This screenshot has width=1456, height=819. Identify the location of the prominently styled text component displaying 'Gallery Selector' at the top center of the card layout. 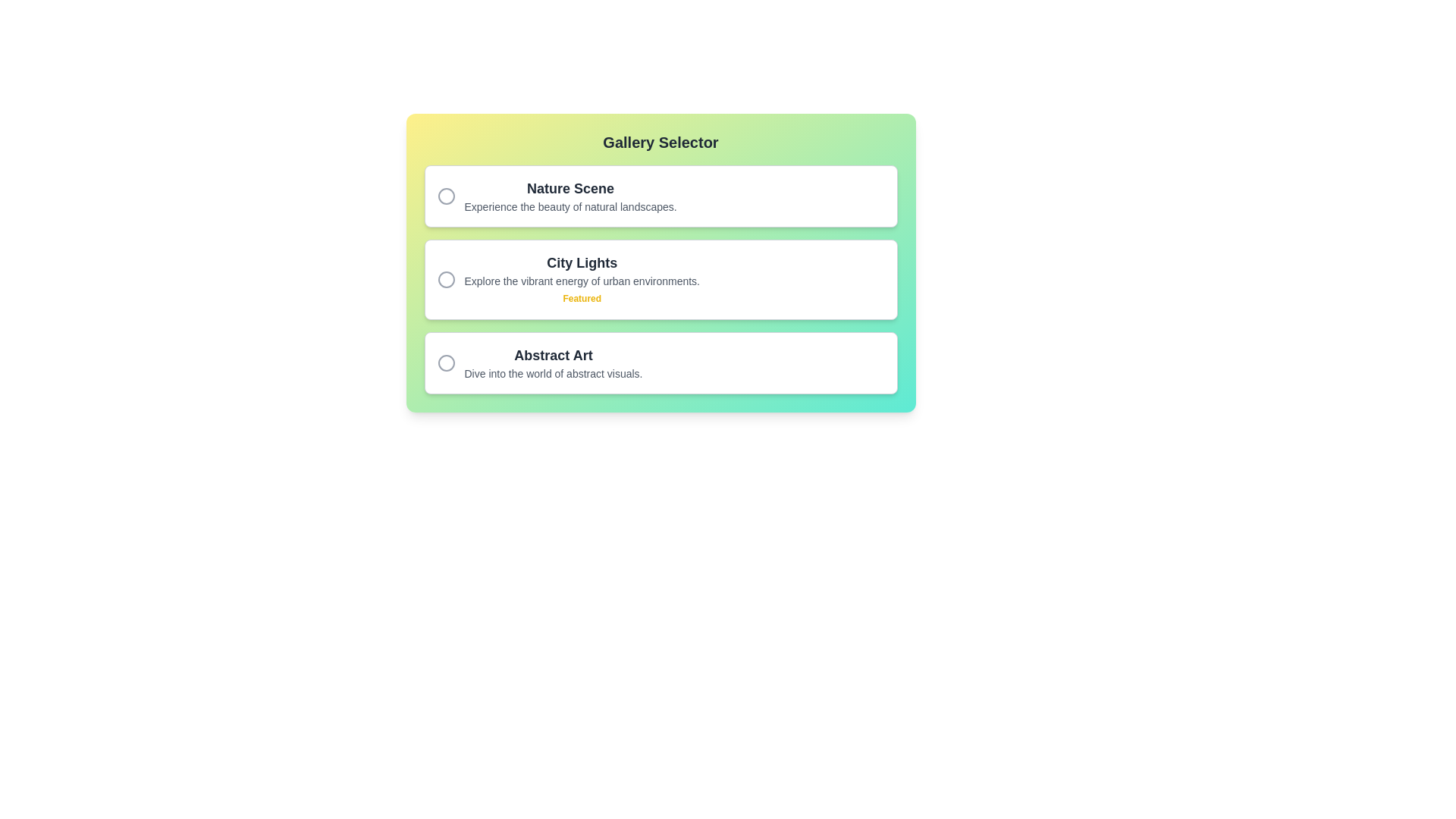
(661, 143).